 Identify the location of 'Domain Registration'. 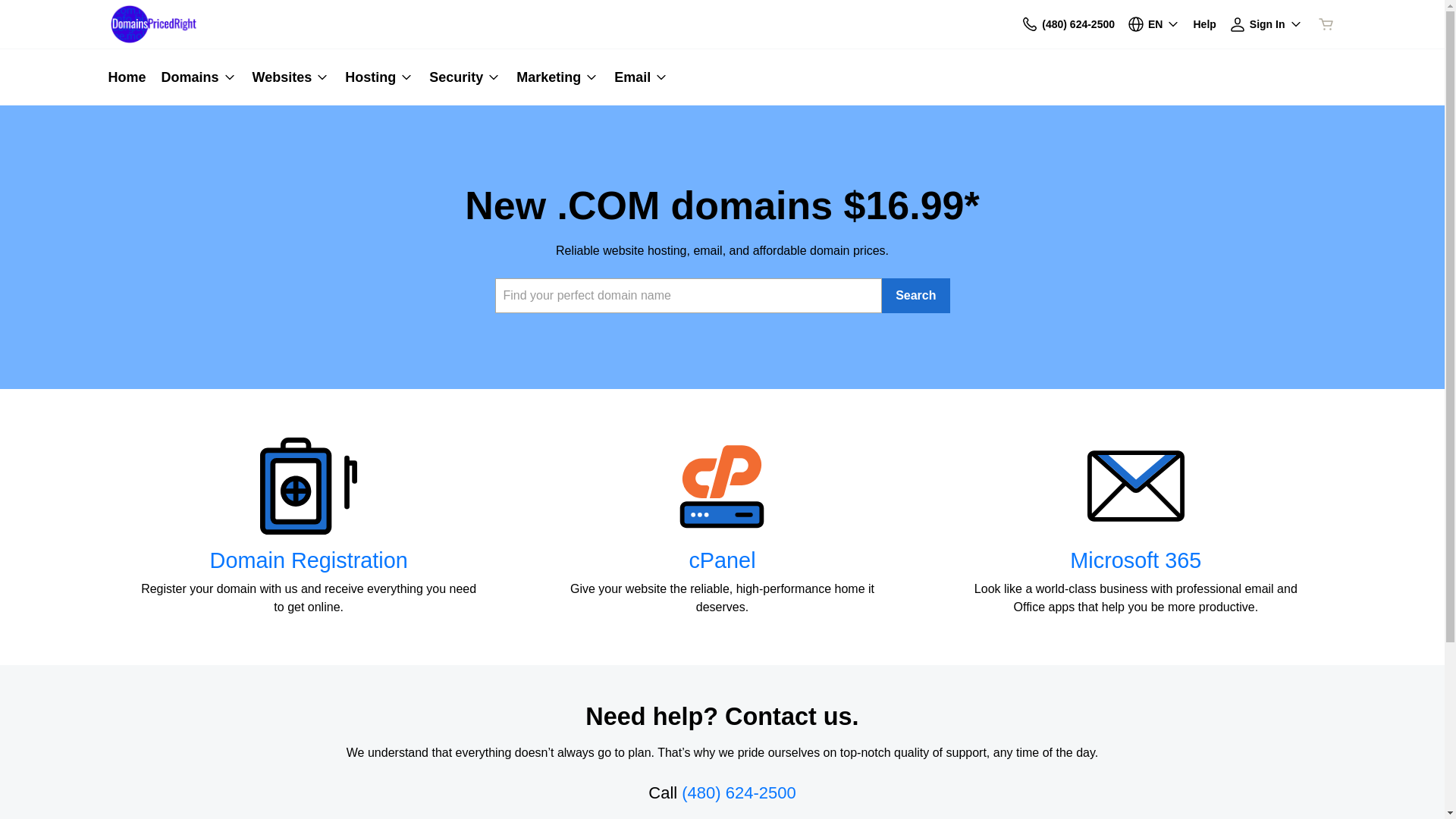
(308, 560).